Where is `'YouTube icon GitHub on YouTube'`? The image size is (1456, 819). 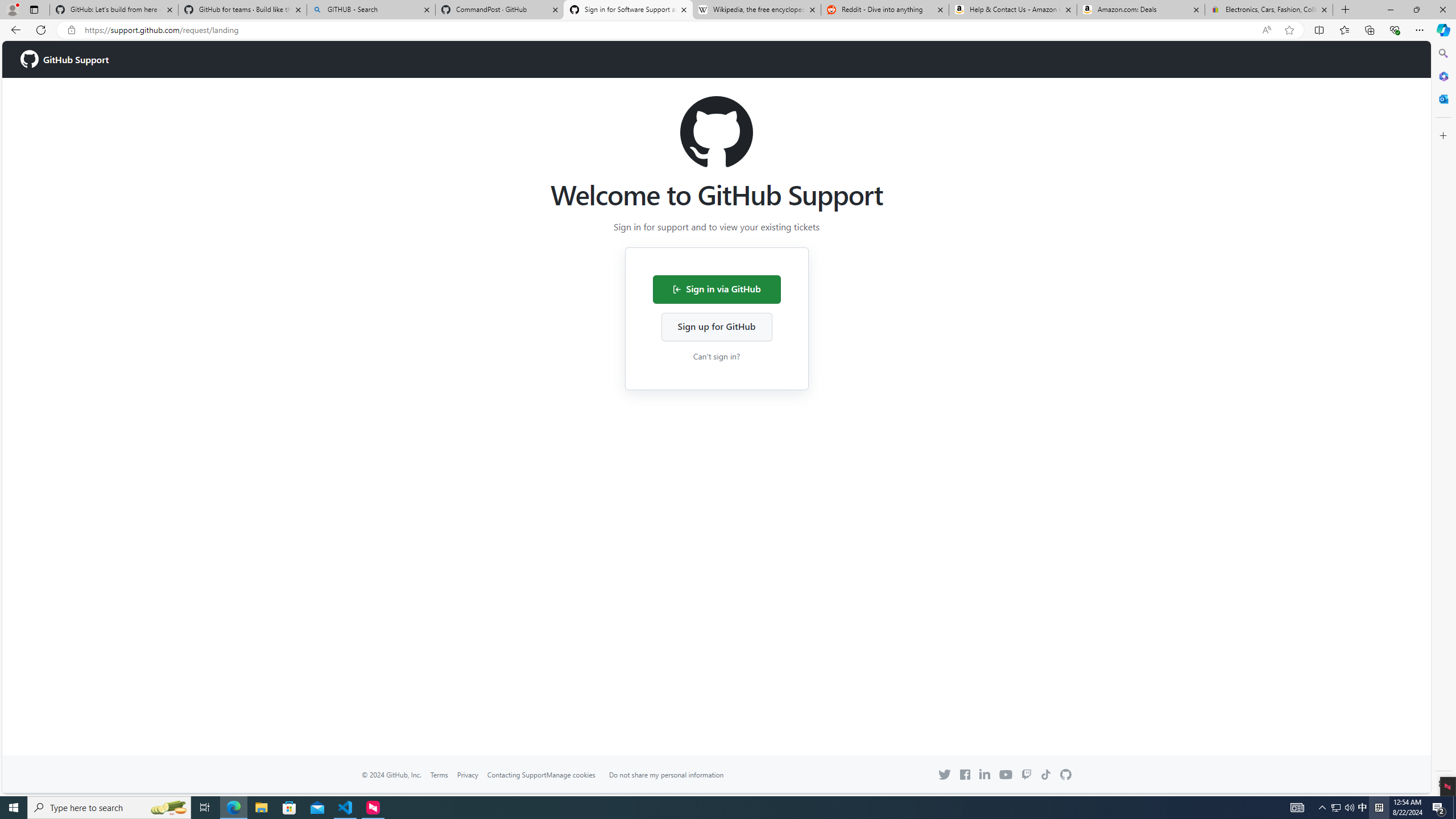 'YouTube icon GitHub on YouTube' is located at coordinates (1004, 773).